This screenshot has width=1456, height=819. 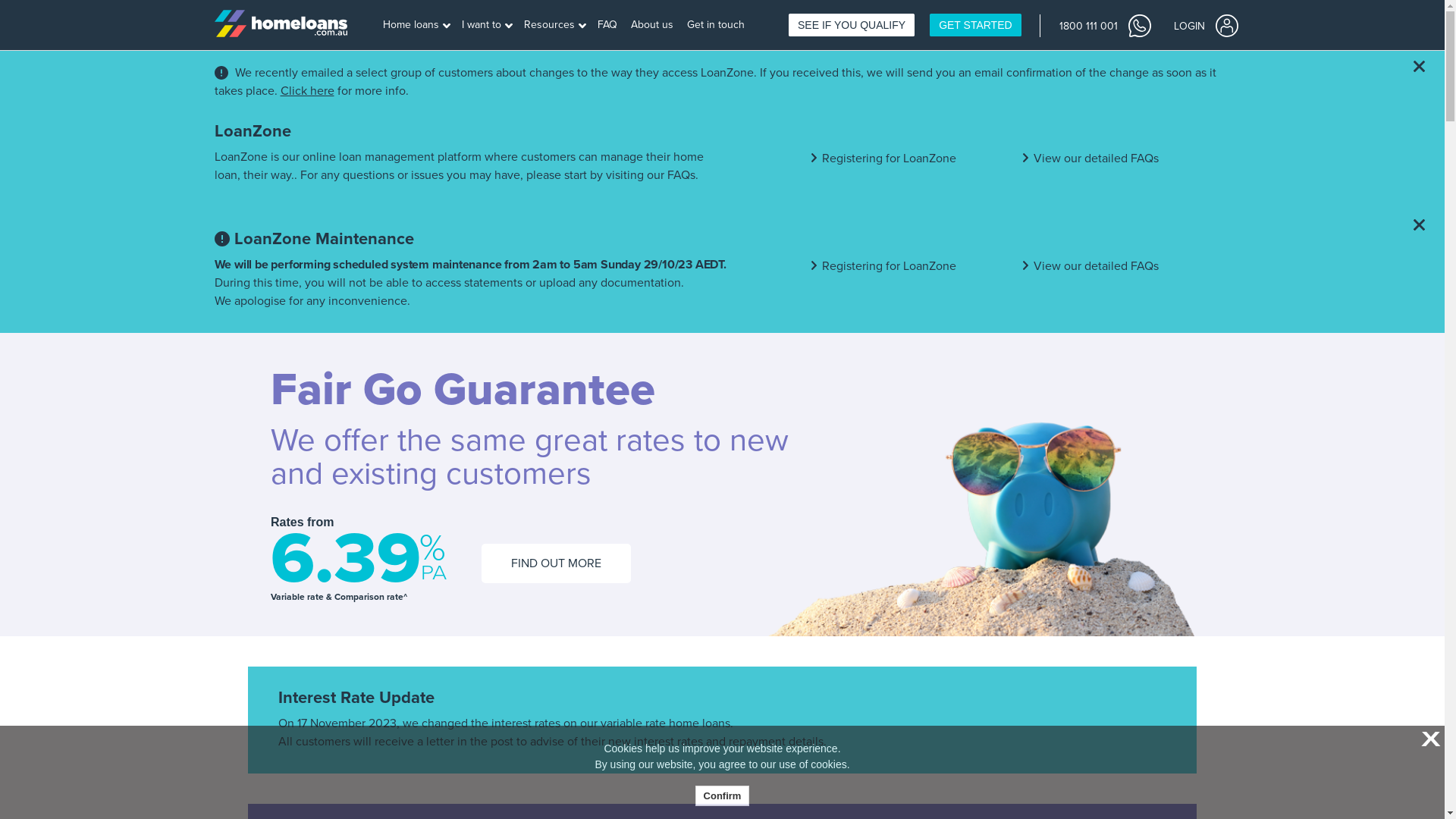 I want to click on 'Resources', so click(x=554, y=25).